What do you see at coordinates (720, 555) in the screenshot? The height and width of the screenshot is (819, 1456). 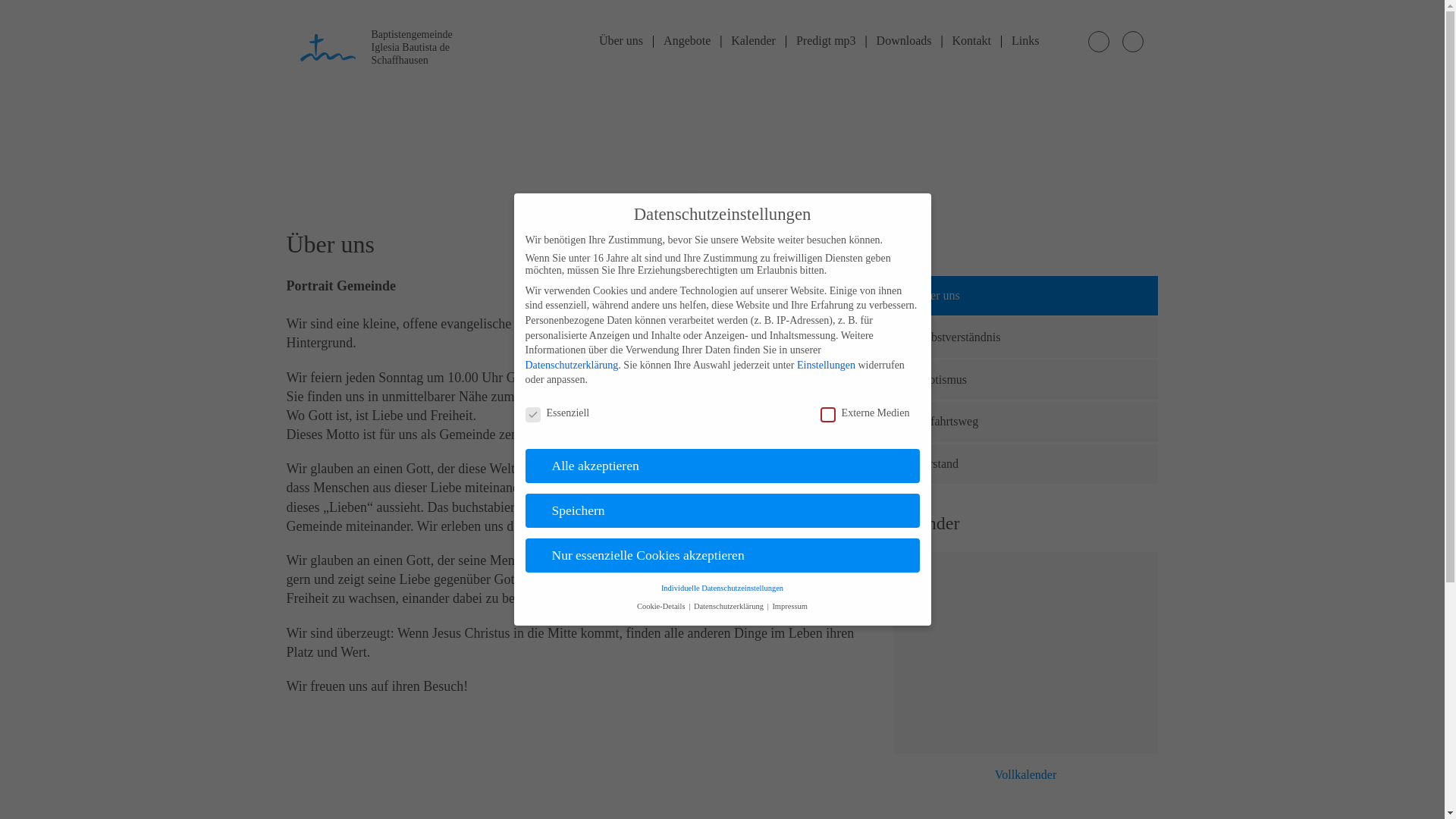 I see `'Nur essenzielle Cookies akzeptieren'` at bounding box center [720, 555].